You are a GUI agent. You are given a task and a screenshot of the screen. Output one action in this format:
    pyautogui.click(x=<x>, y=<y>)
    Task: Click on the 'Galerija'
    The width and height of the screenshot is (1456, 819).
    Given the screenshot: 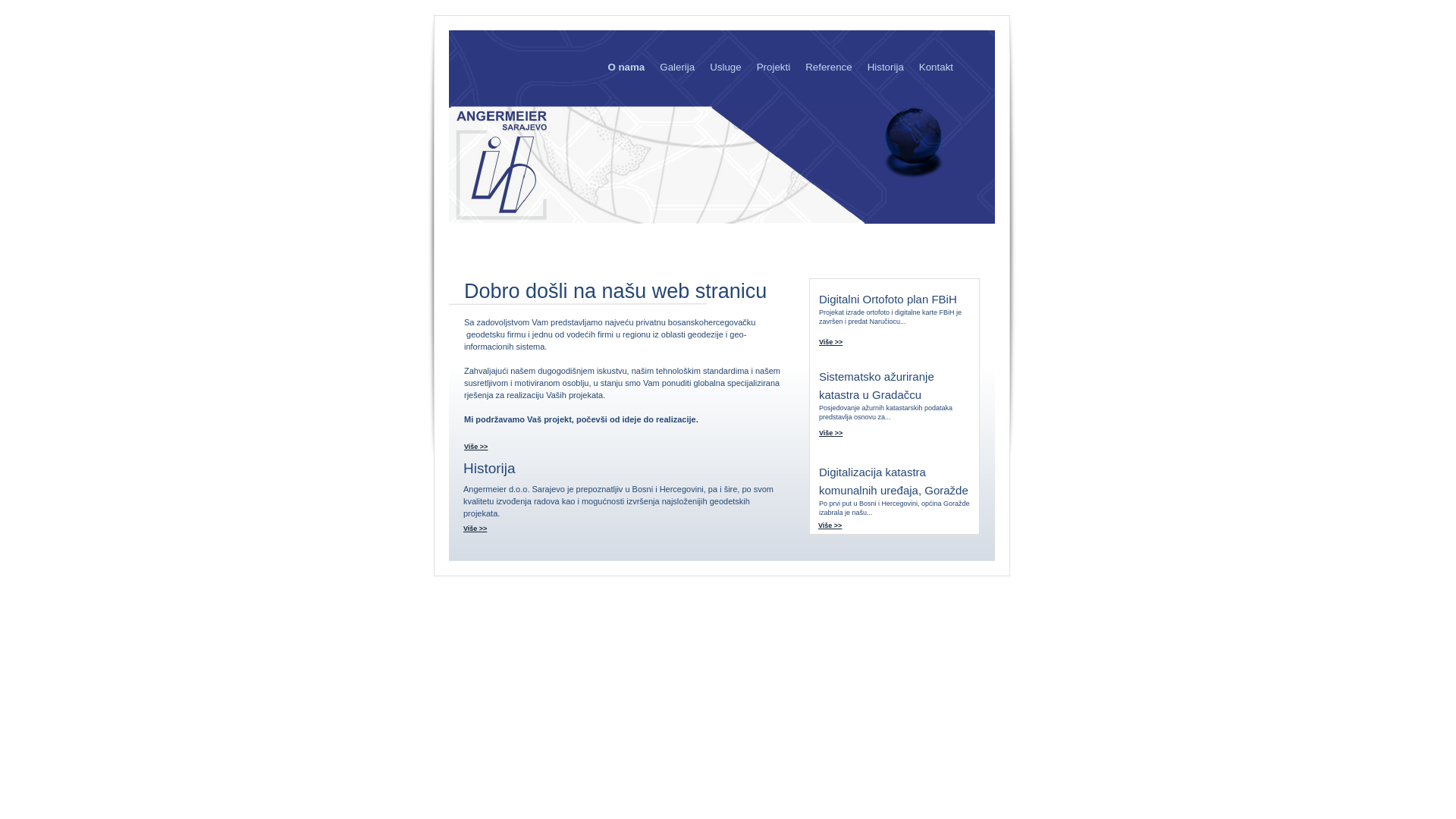 What is the action you would take?
    pyautogui.click(x=676, y=66)
    